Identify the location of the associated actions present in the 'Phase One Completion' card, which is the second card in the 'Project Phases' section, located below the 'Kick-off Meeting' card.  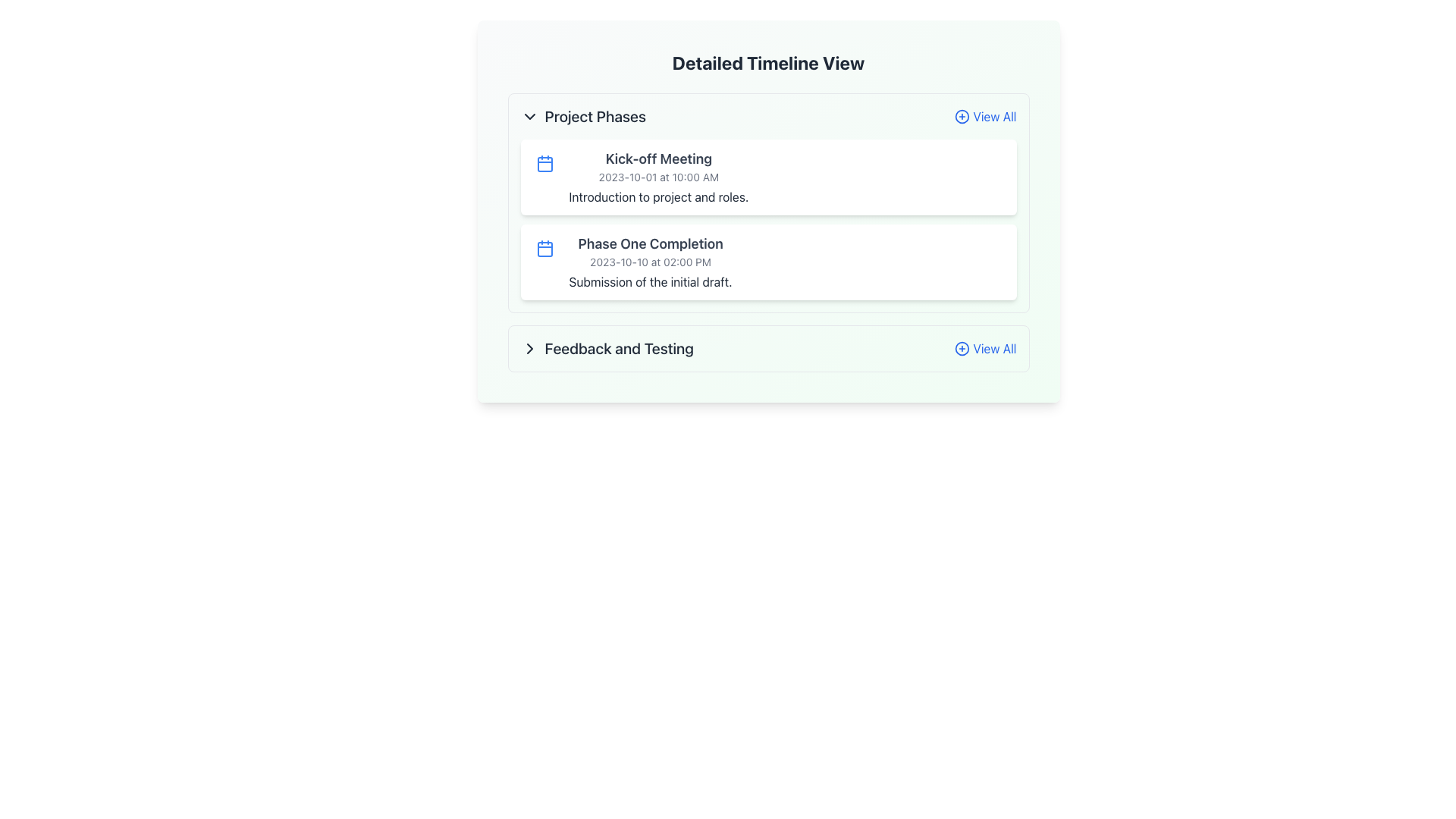
(768, 262).